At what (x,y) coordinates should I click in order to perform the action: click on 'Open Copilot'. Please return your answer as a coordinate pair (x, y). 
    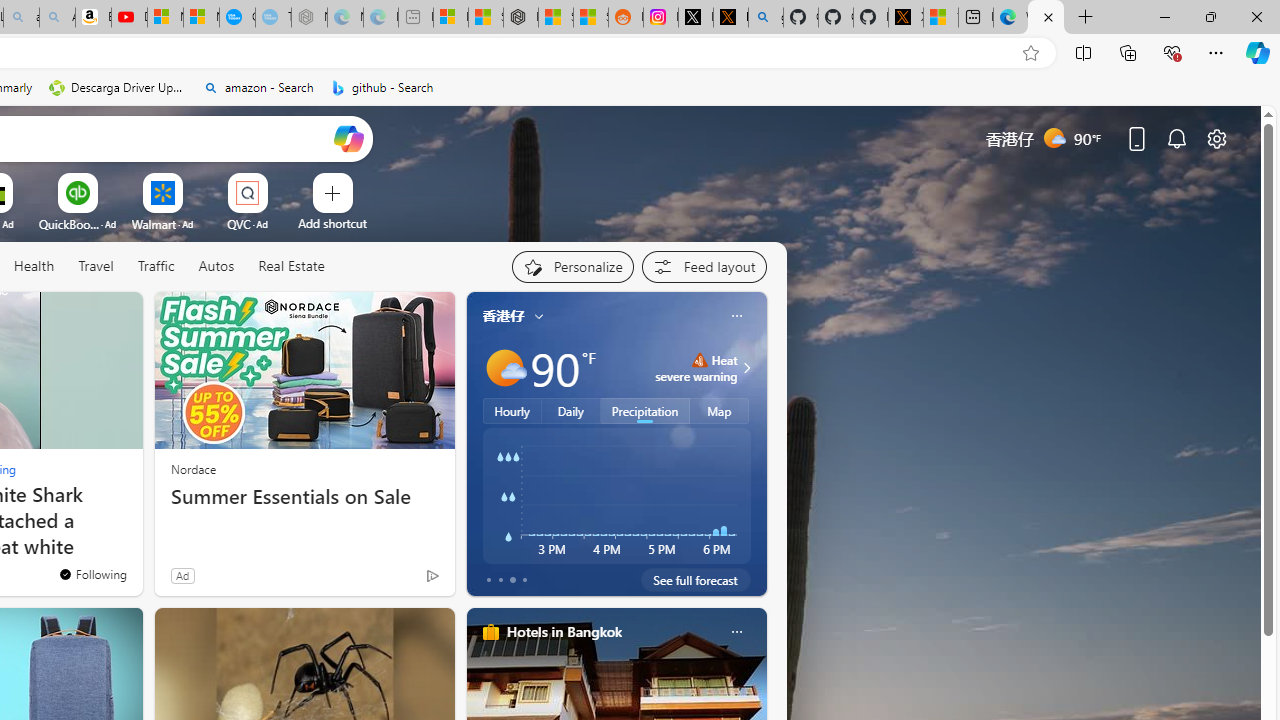
    Looking at the image, I should click on (348, 137).